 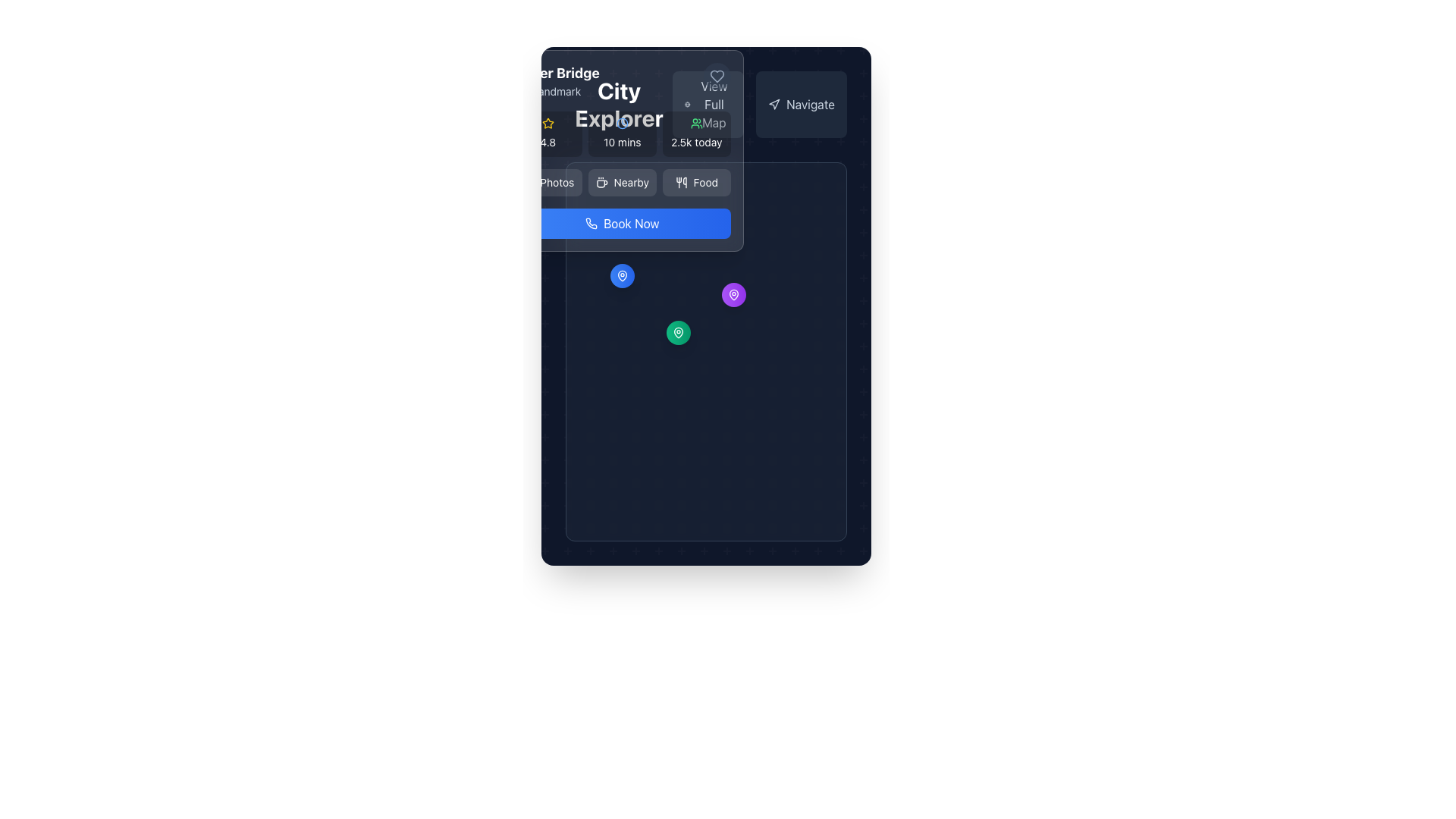 What do you see at coordinates (556, 81) in the screenshot?
I see `the text label displaying 'Tower Bridge' and 'Landmark' in bold and smaller font respectively, located in the top-left corner of the interface` at bounding box center [556, 81].